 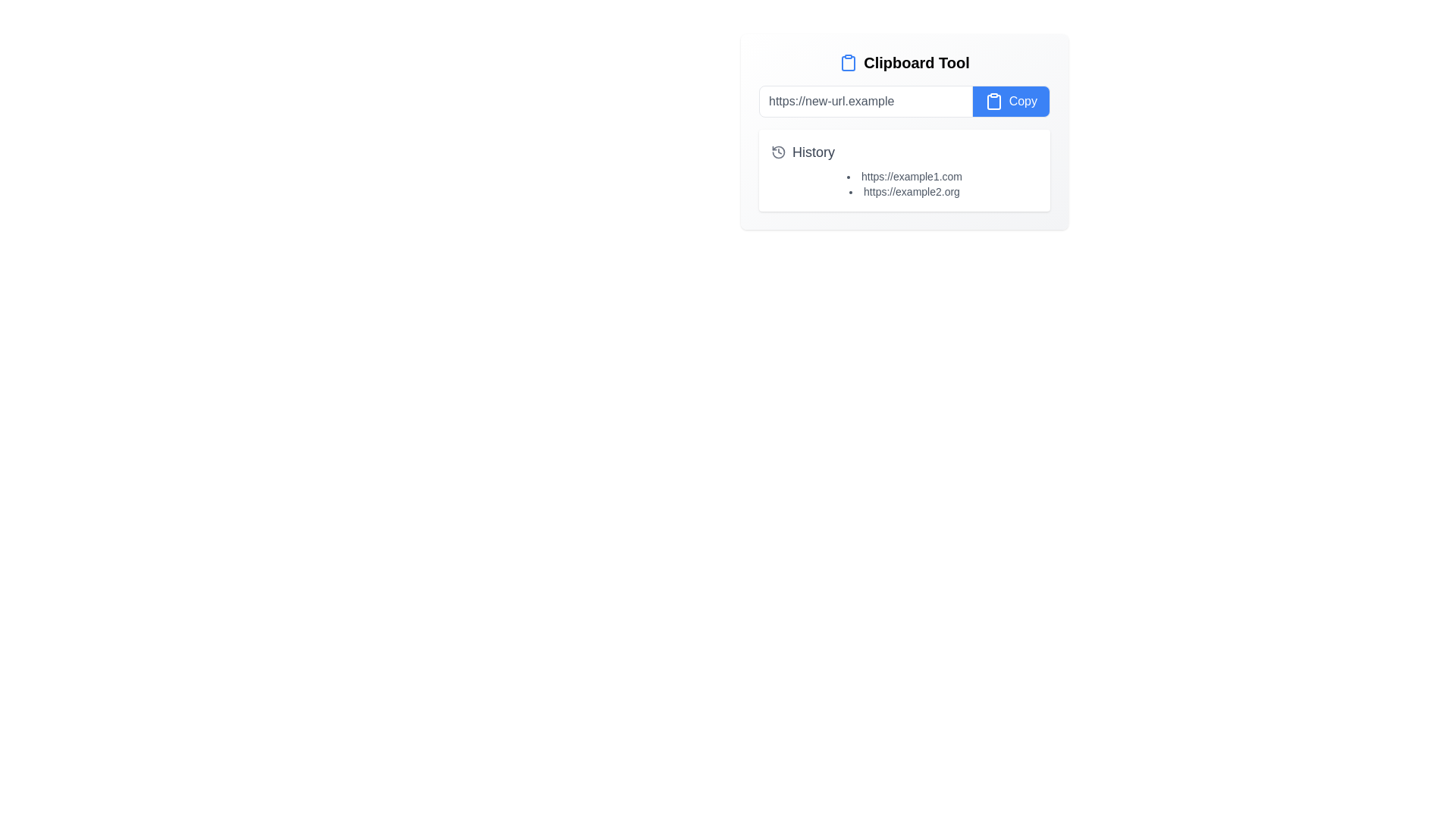 I want to click on the clipboard icon with a blue outline located to the left of the 'Clipboard Tool' text in the header section, so click(x=848, y=62).